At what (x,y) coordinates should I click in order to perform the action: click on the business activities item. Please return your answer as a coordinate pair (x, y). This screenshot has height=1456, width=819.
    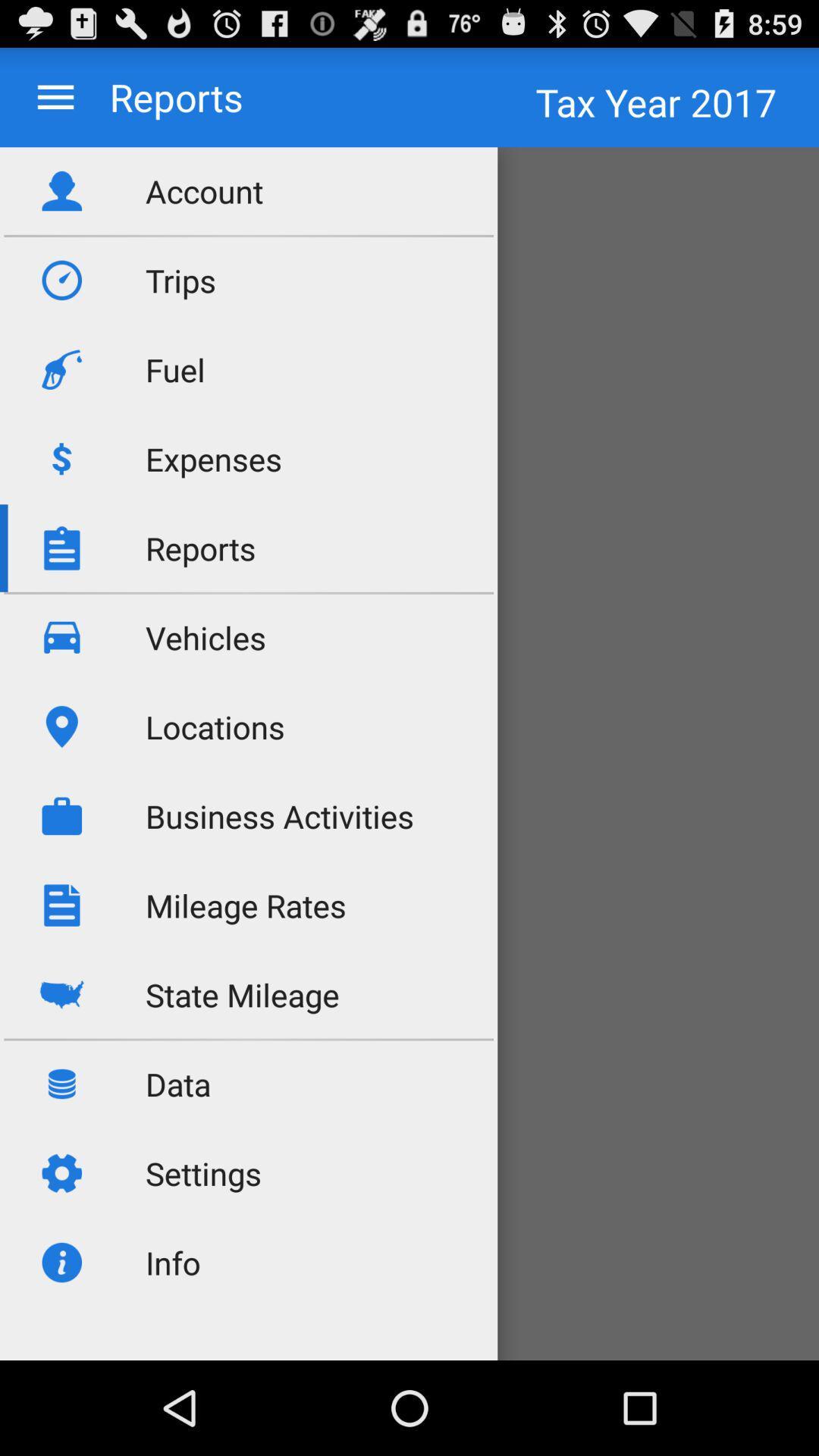
    Looking at the image, I should click on (280, 815).